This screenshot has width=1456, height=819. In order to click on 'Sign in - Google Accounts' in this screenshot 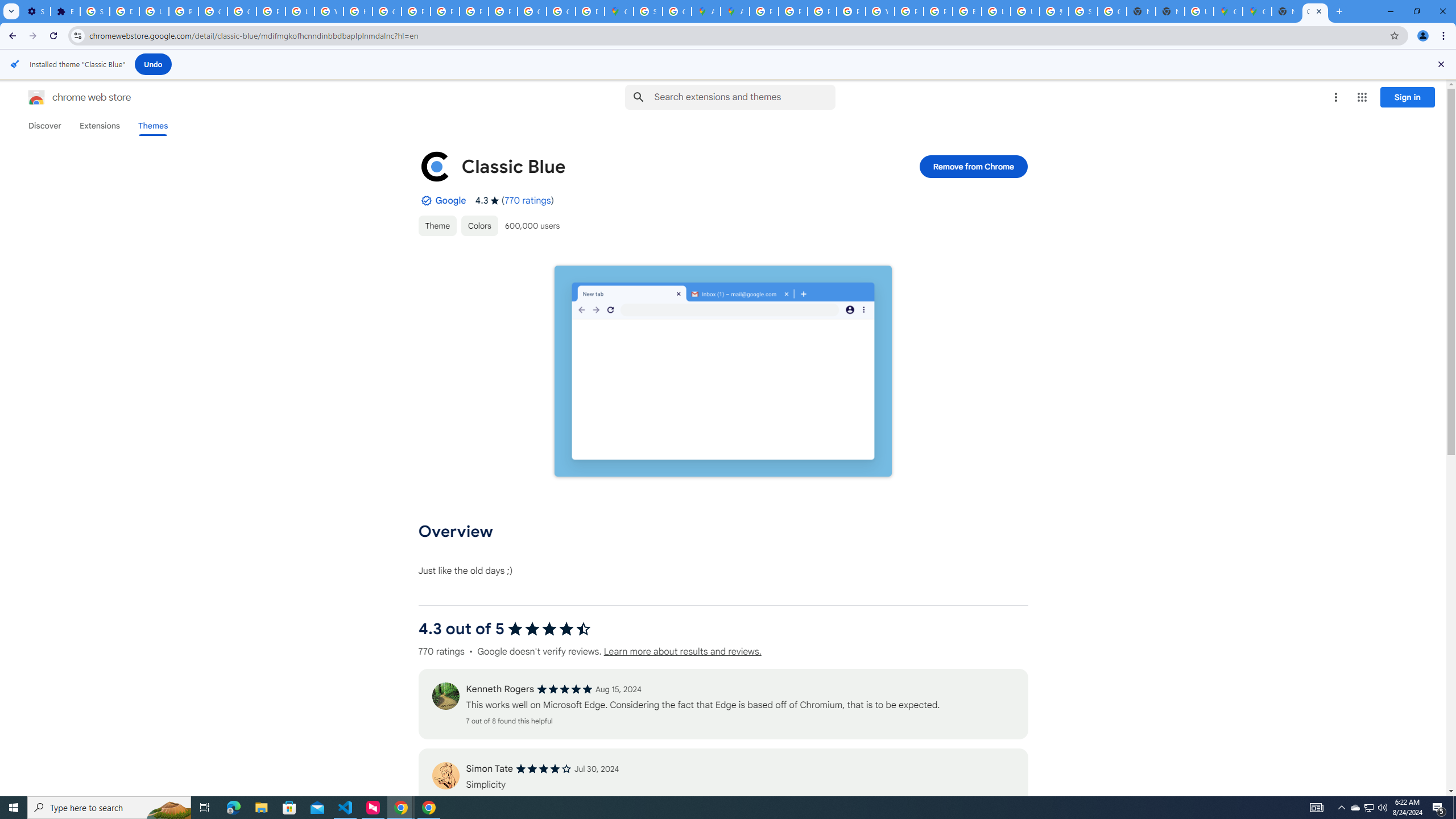, I will do `click(95, 11)`.